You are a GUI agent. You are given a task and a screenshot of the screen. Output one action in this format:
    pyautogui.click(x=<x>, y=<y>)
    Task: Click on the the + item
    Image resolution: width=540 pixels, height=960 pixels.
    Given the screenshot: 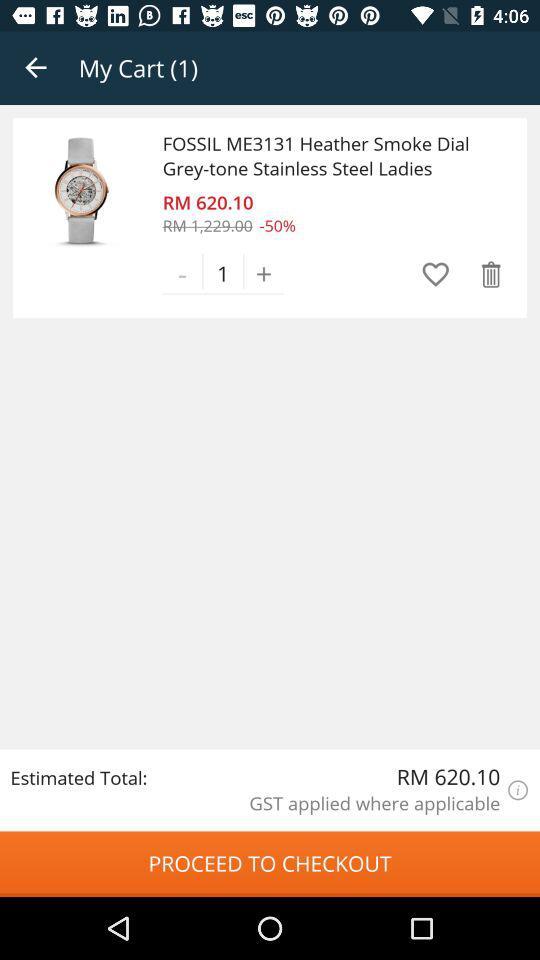 What is the action you would take?
    pyautogui.click(x=264, y=272)
    